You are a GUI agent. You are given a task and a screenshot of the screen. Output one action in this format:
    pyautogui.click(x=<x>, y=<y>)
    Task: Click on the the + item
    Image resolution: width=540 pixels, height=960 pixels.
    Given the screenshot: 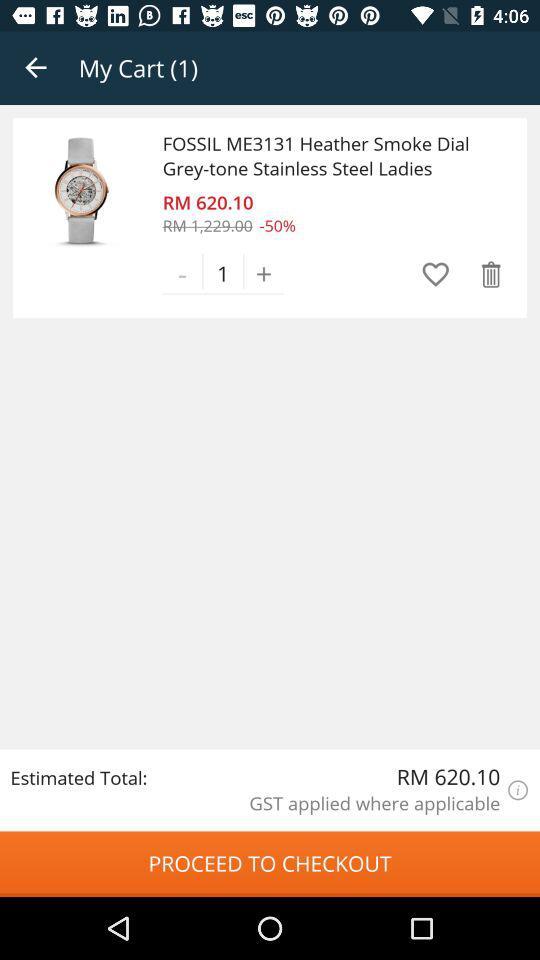 What is the action you would take?
    pyautogui.click(x=264, y=272)
    